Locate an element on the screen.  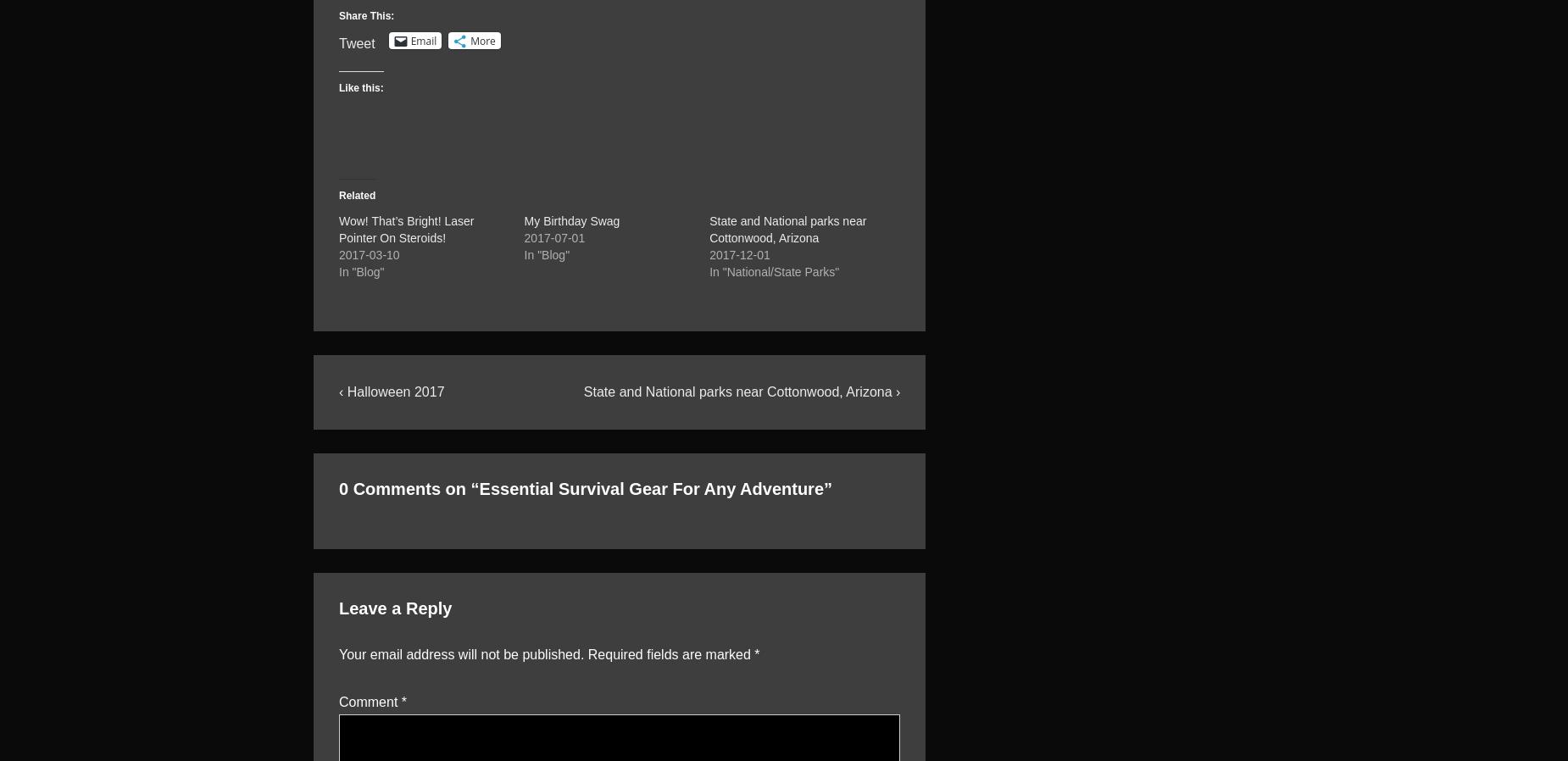
'Your email address will not be published.' is located at coordinates (461, 653).